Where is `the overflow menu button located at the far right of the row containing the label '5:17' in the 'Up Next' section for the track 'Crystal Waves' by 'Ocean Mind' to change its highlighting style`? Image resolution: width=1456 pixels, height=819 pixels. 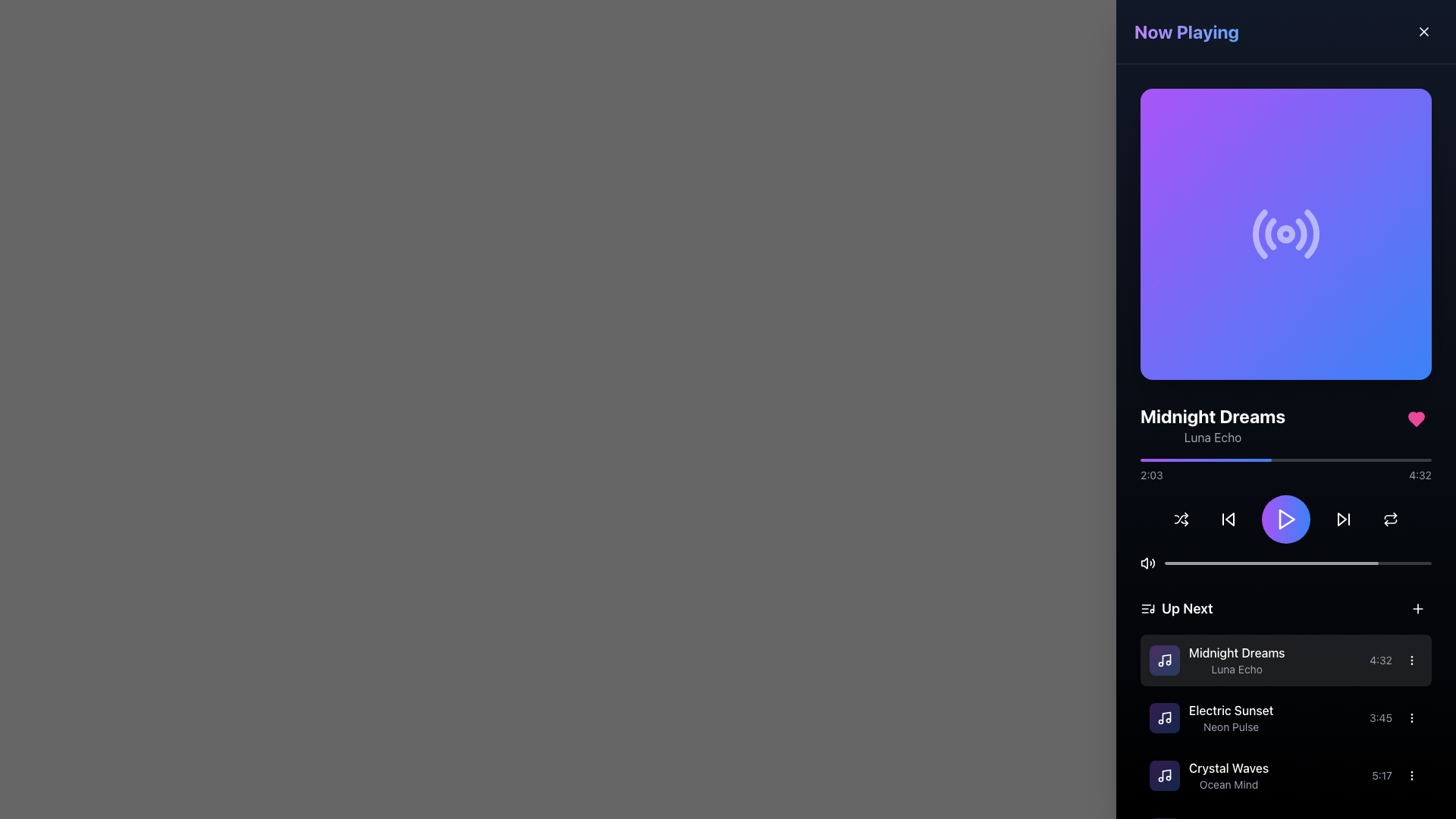 the overflow menu button located at the far right of the row containing the label '5:17' in the 'Up Next' section for the track 'Crystal Waves' by 'Ocean Mind' to change its highlighting style is located at coordinates (1411, 775).